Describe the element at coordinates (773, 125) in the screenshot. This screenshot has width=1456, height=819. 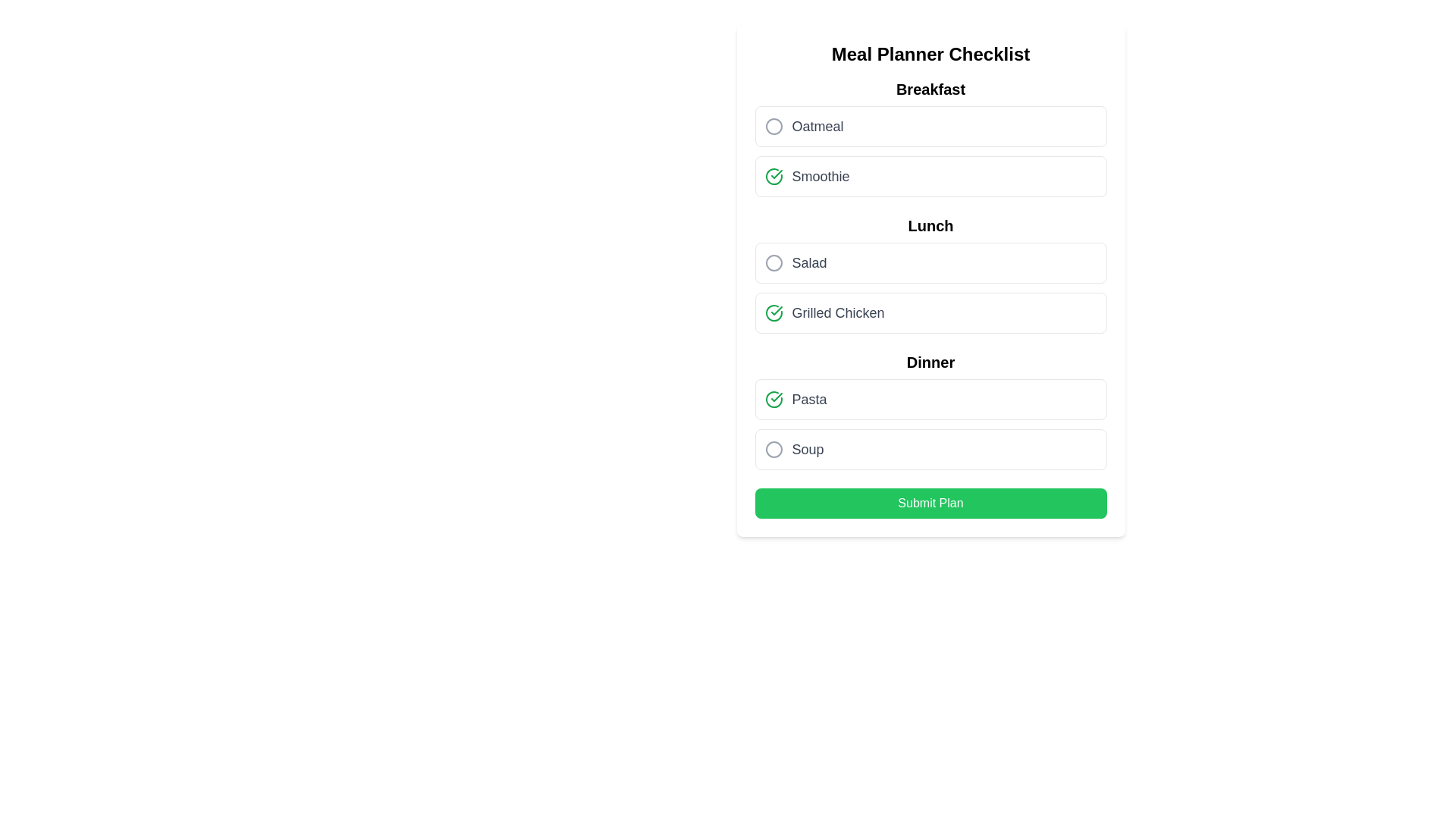
I see `the circular radiobutton marker located to the left of the 'Oatmeal' label in the checklist interface` at that location.